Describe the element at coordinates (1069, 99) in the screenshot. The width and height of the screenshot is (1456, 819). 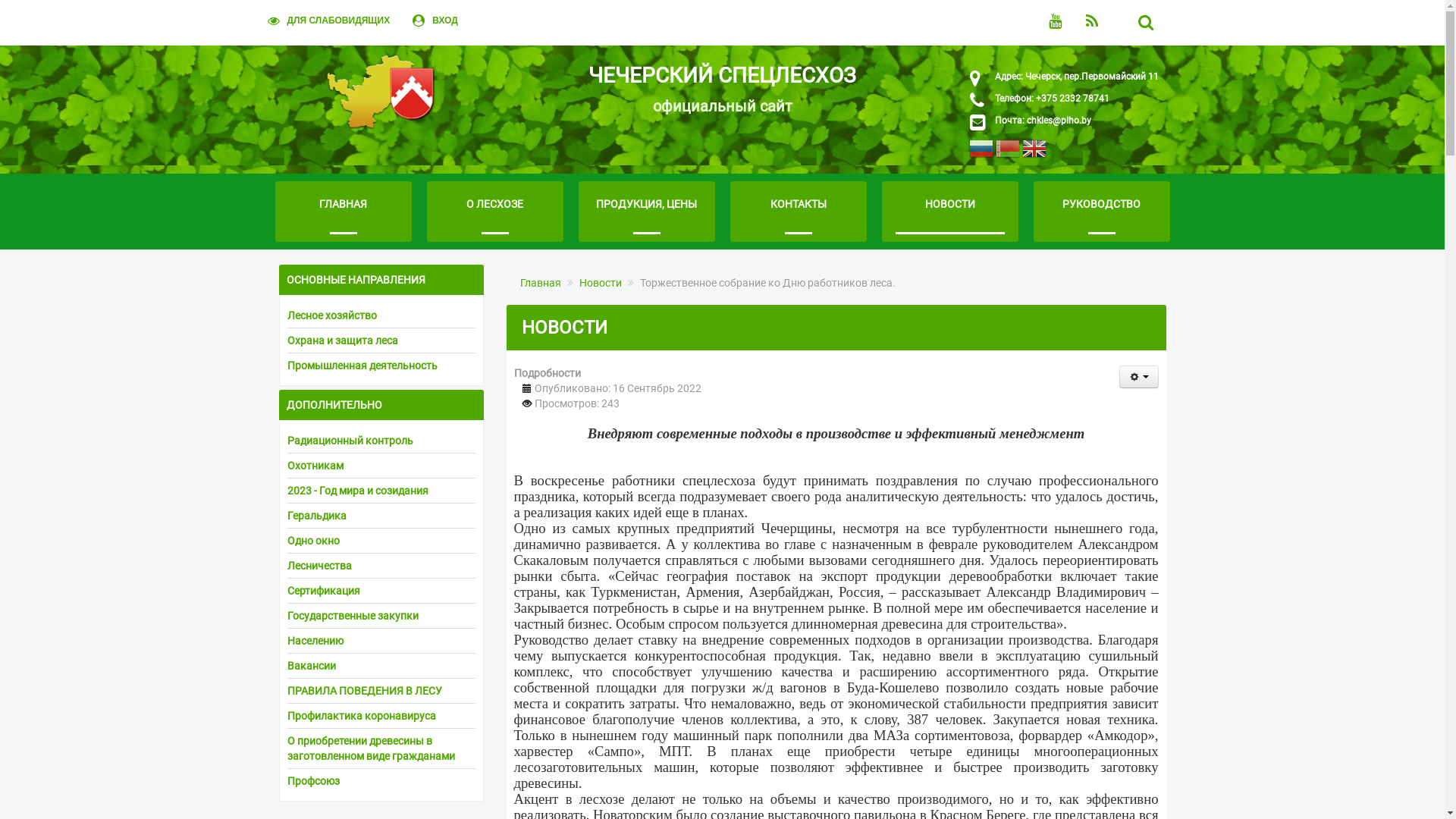
I see `'+375 2332 78741'` at that location.